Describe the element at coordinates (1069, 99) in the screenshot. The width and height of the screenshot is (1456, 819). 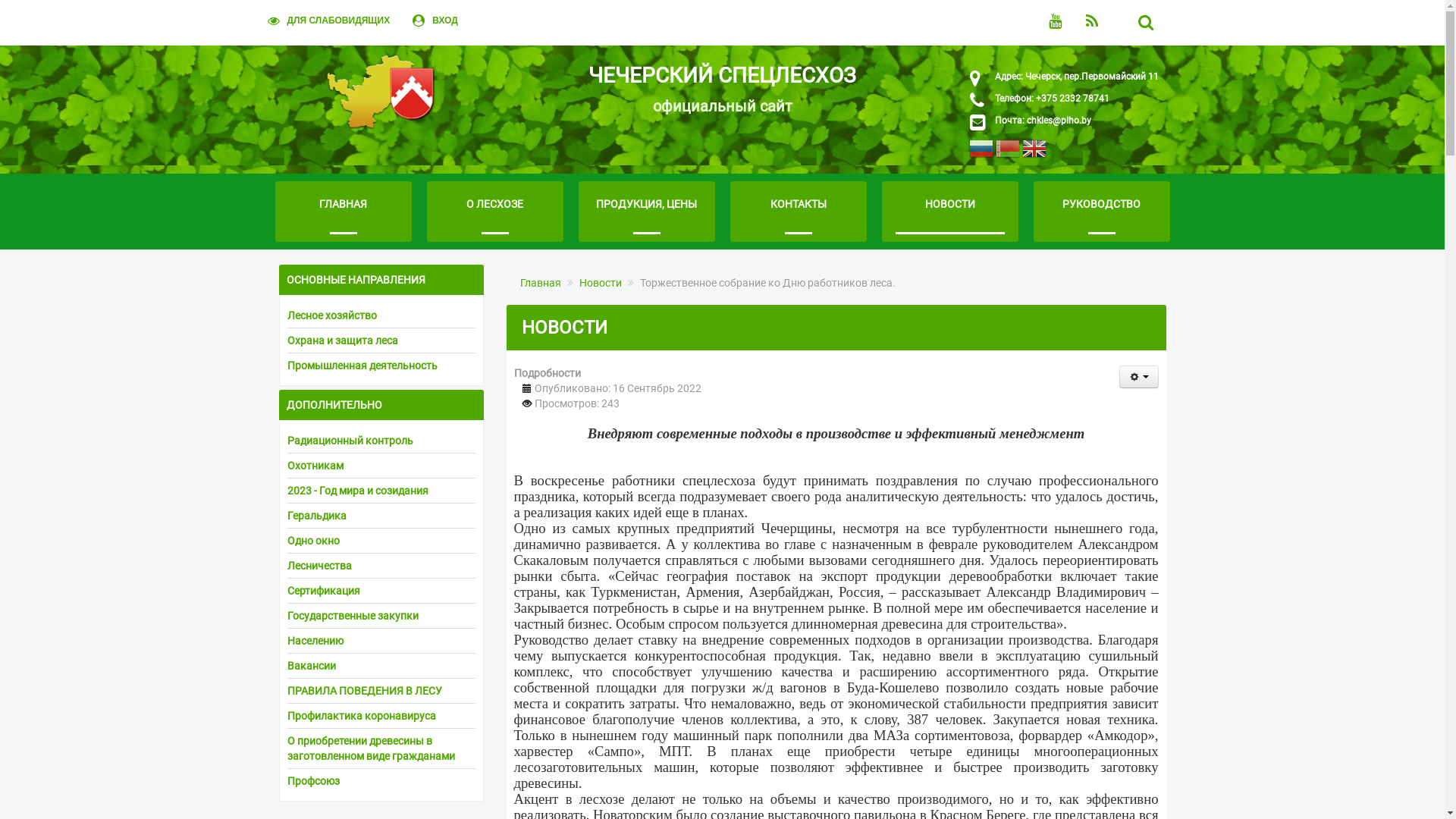
I see `'+375 2332 78741'` at that location.